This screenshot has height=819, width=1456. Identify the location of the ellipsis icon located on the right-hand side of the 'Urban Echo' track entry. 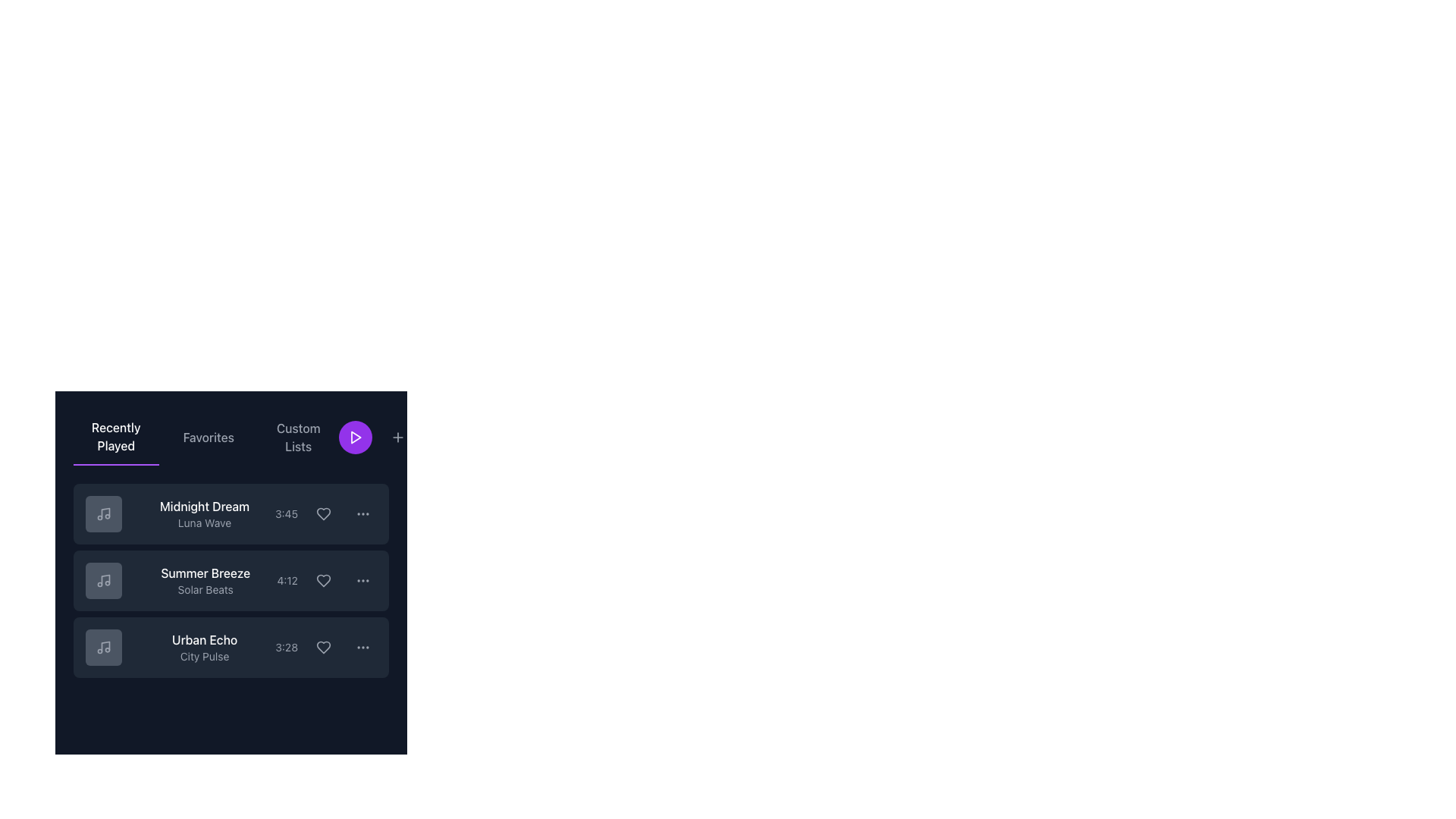
(362, 647).